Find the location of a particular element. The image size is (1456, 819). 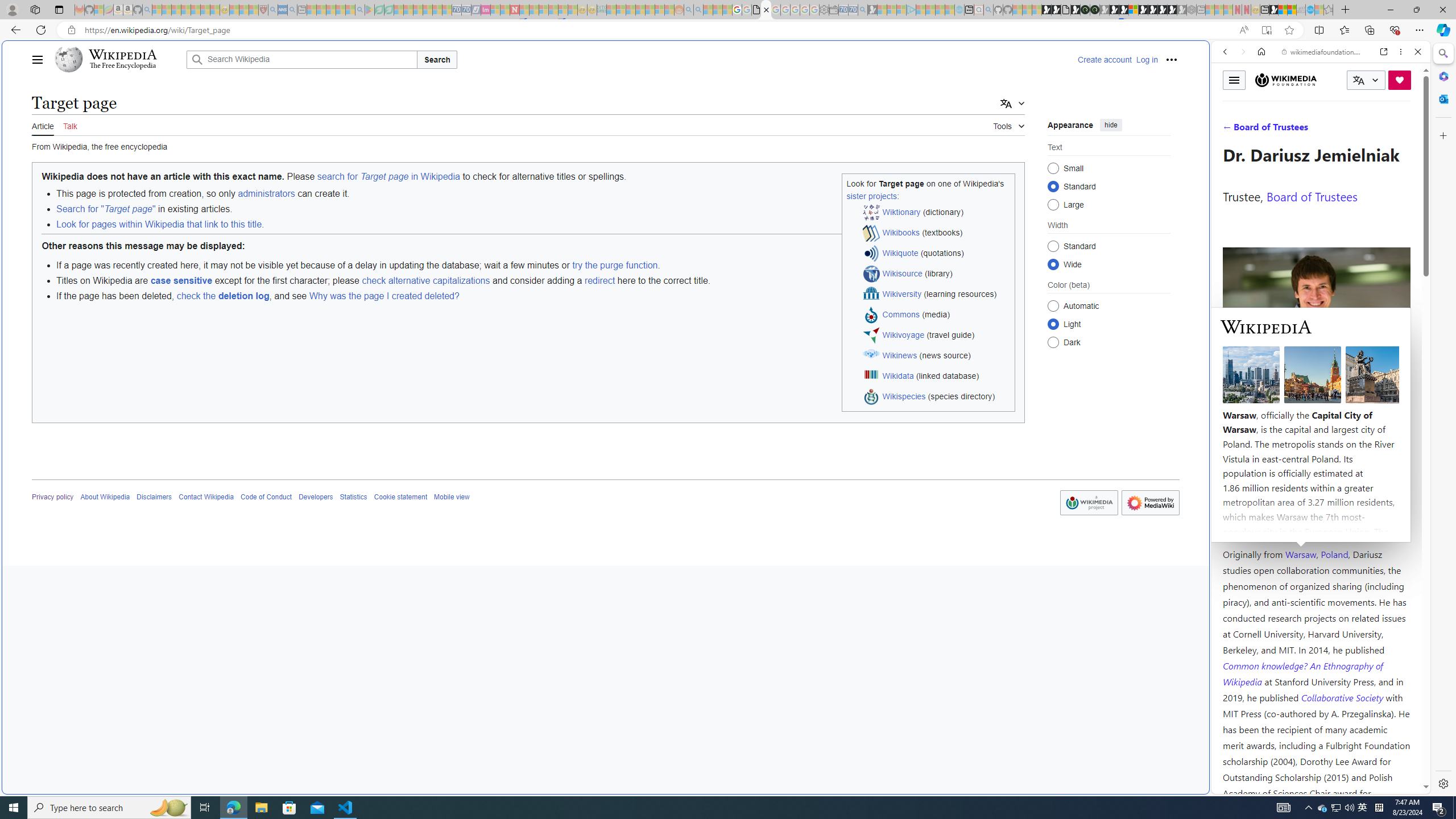

'Search the web' is located at coordinates (1326, 78).